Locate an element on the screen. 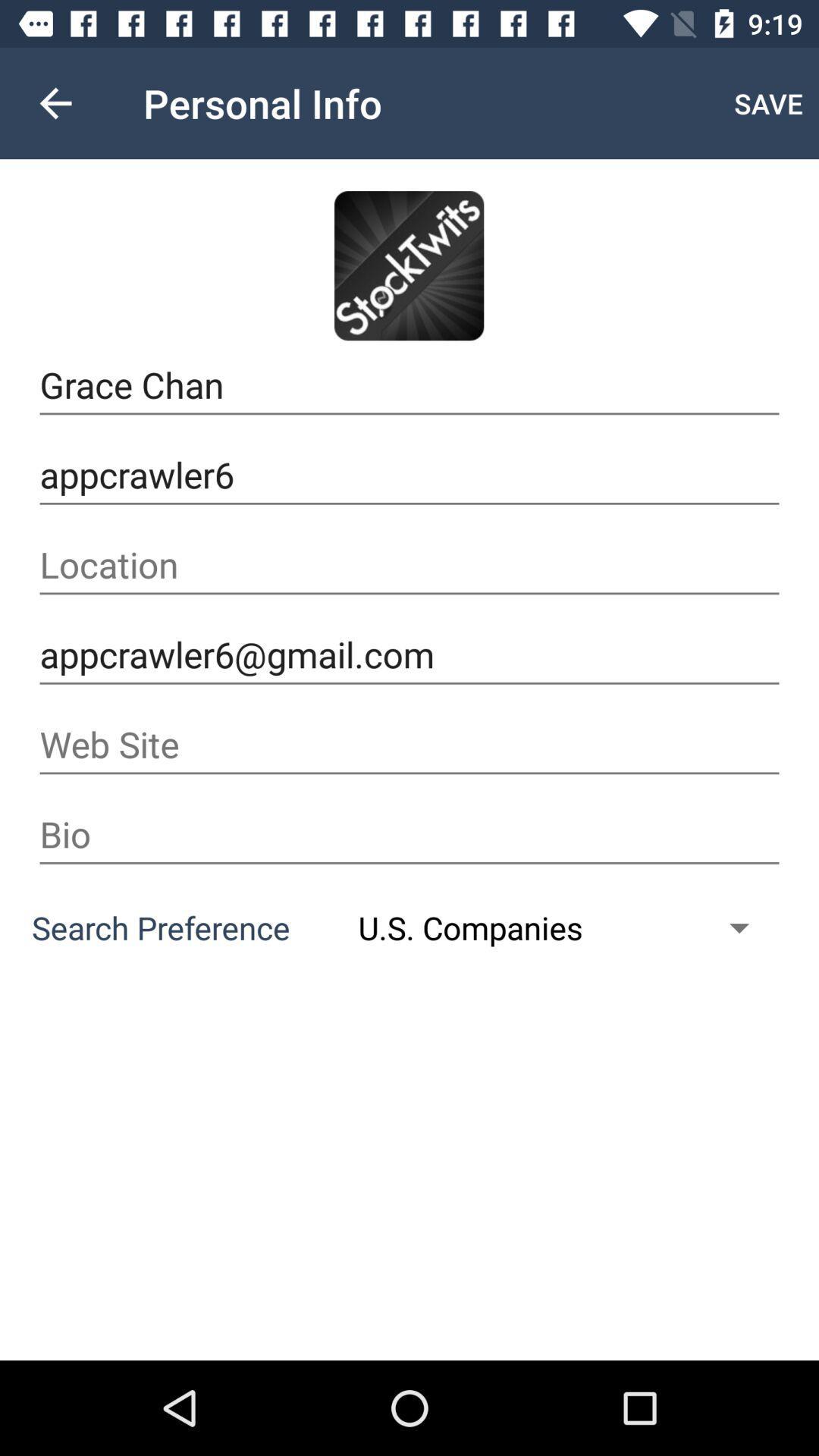  save item is located at coordinates (768, 102).